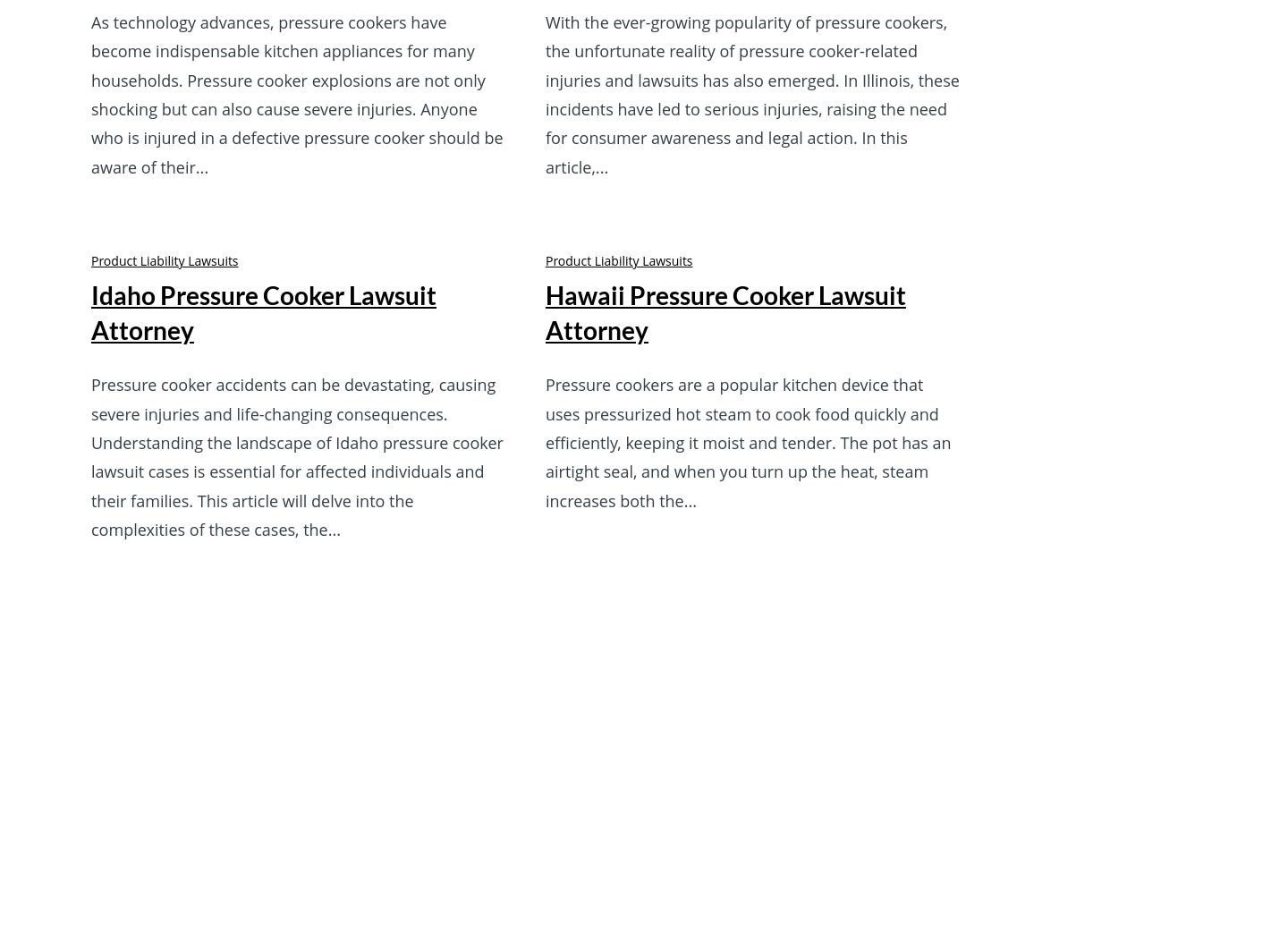 This screenshot has height=925, width=1288. I want to click on 'Practice Areas', so click(696, 454).